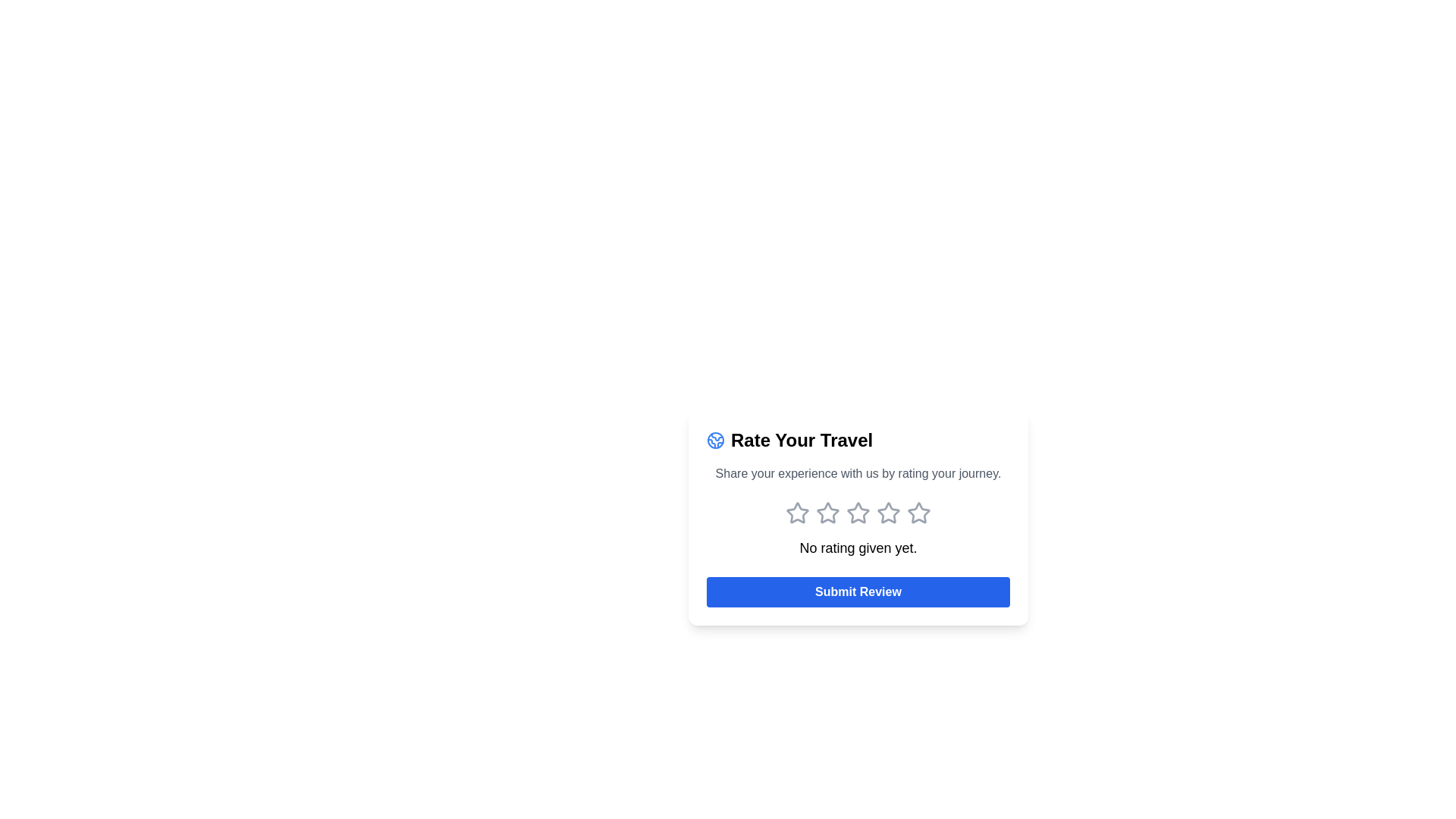 The image size is (1456, 819). I want to click on the one-star rating button located at the first position in the horizontal array of five star-shaped icons, beneath the label 'Share your experience with us by rating your journey' and above 'No rating given yet.', so click(796, 513).